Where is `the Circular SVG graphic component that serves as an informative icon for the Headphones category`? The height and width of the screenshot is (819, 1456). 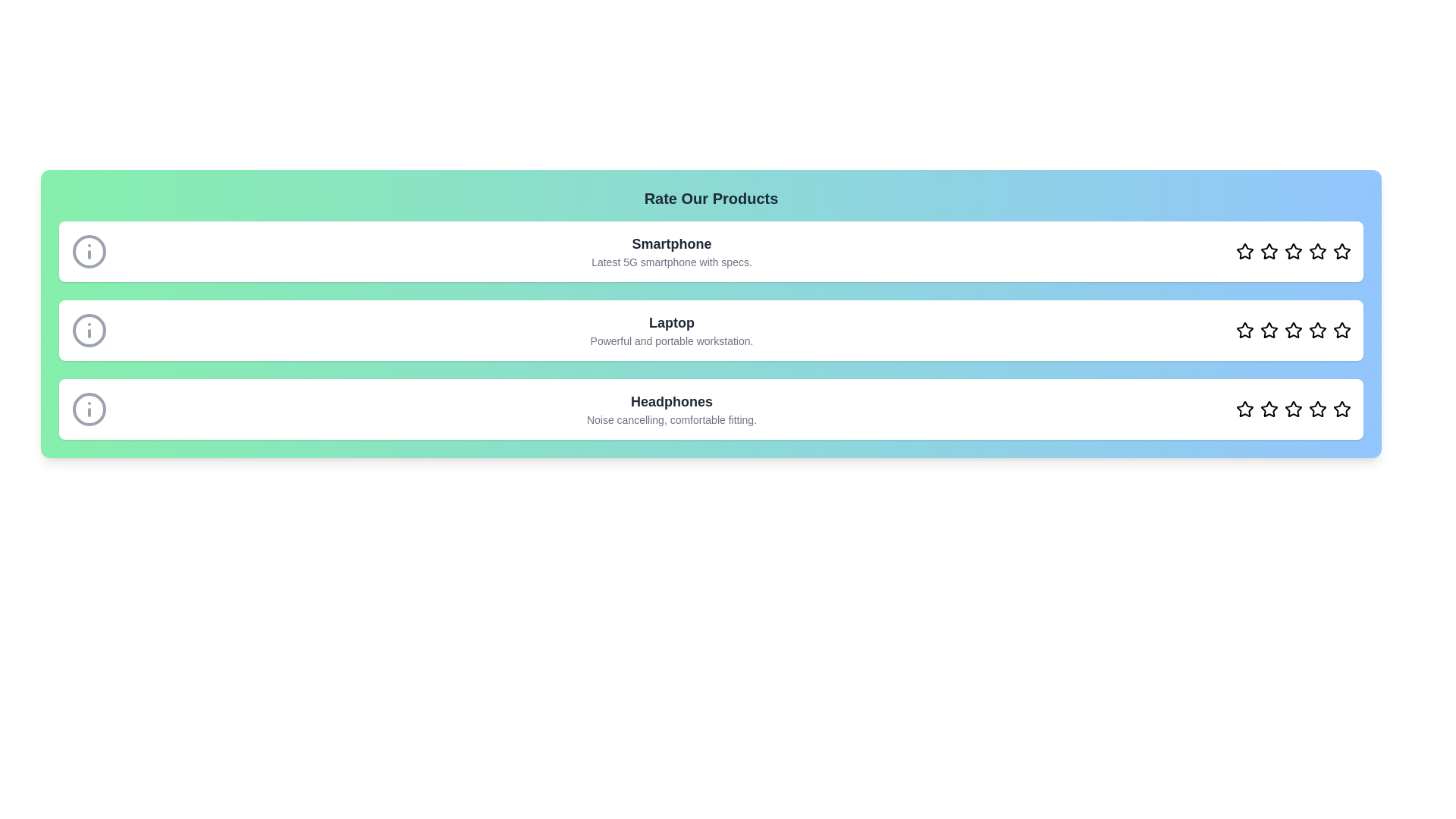 the Circular SVG graphic component that serves as an informative icon for the Headphones category is located at coordinates (89, 409).